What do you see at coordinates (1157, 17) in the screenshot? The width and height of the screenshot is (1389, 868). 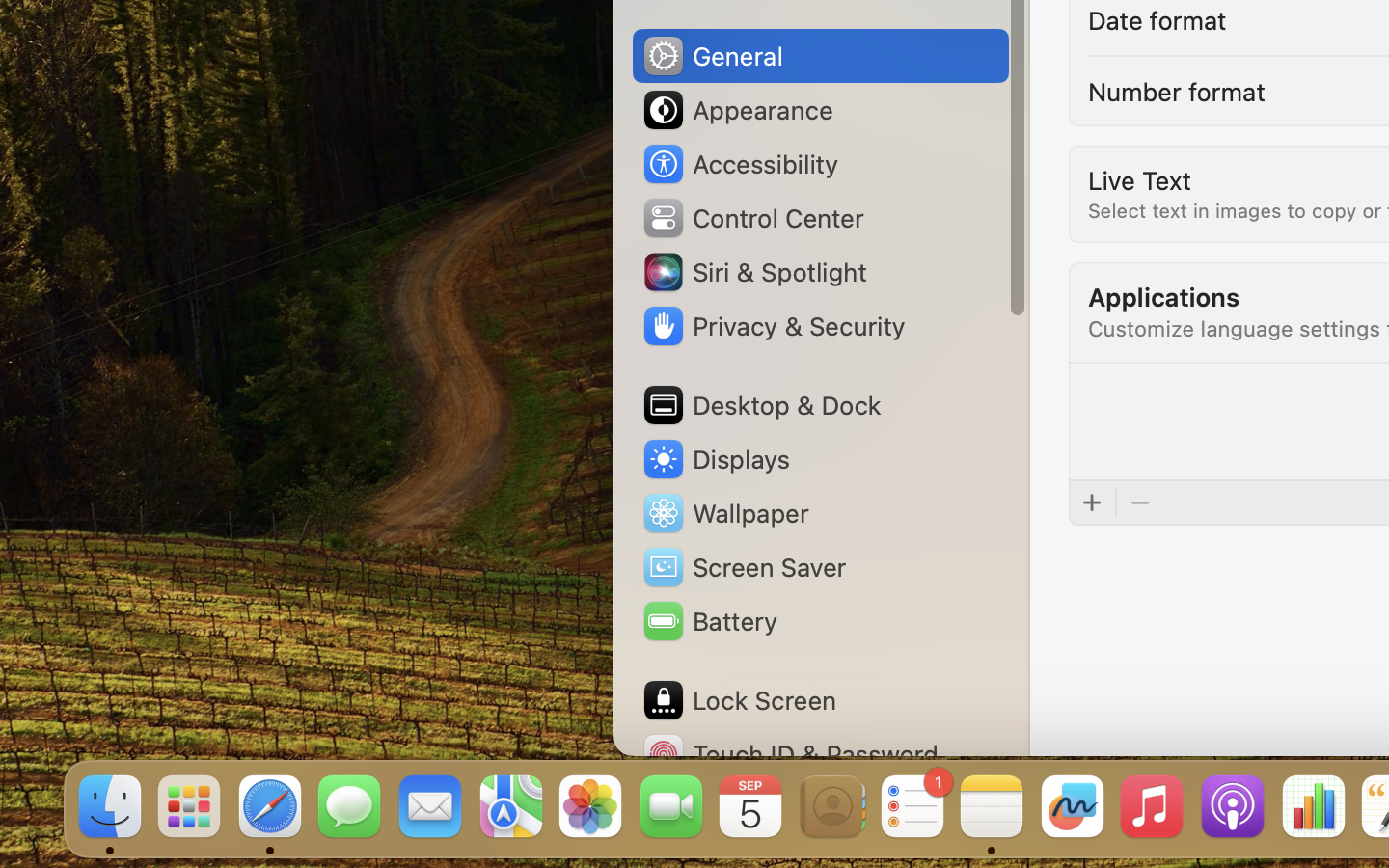 I see `'Date format'` at bounding box center [1157, 17].